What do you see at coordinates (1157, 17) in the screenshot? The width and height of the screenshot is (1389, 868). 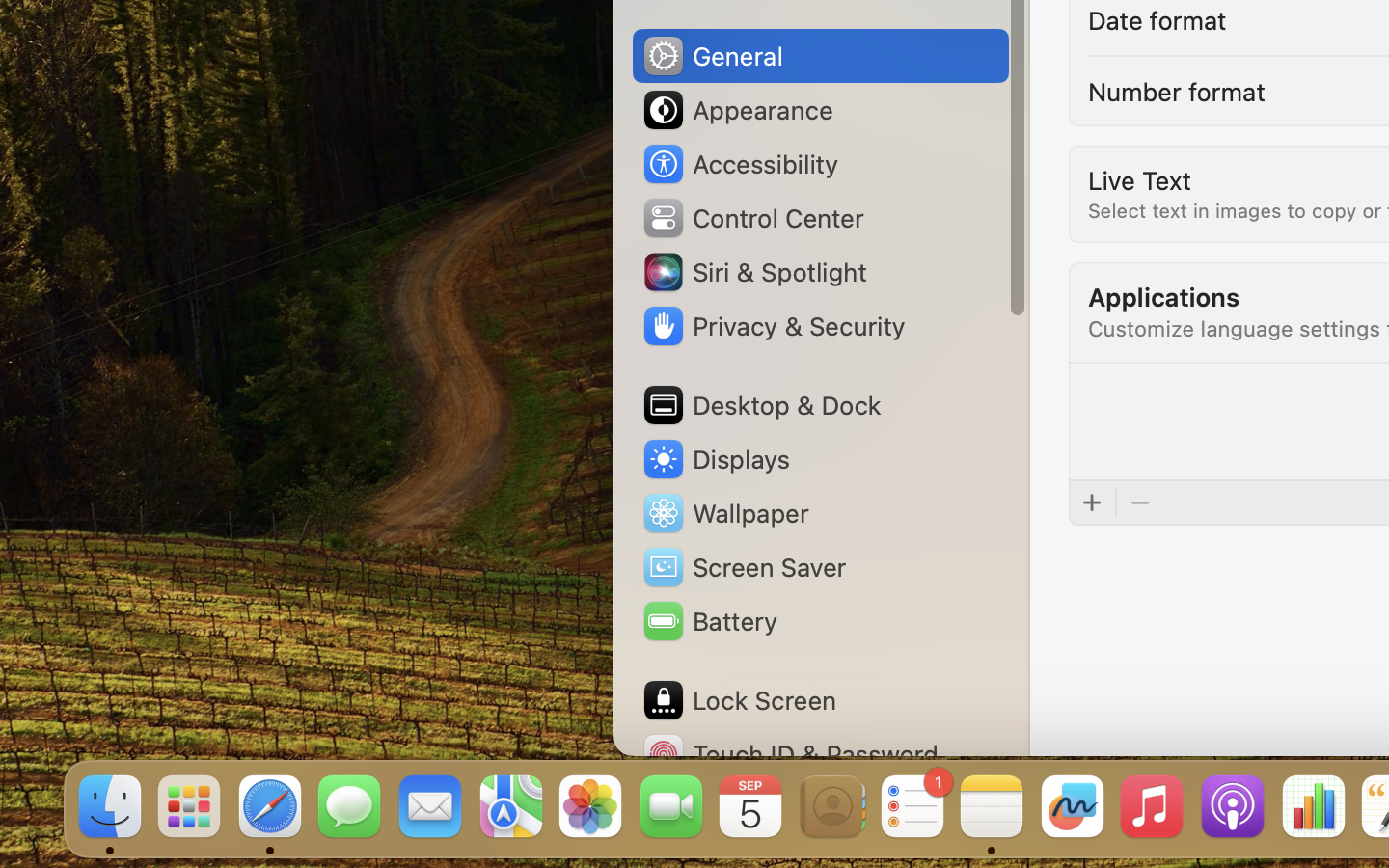 I see `'Date format'` at bounding box center [1157, 17].